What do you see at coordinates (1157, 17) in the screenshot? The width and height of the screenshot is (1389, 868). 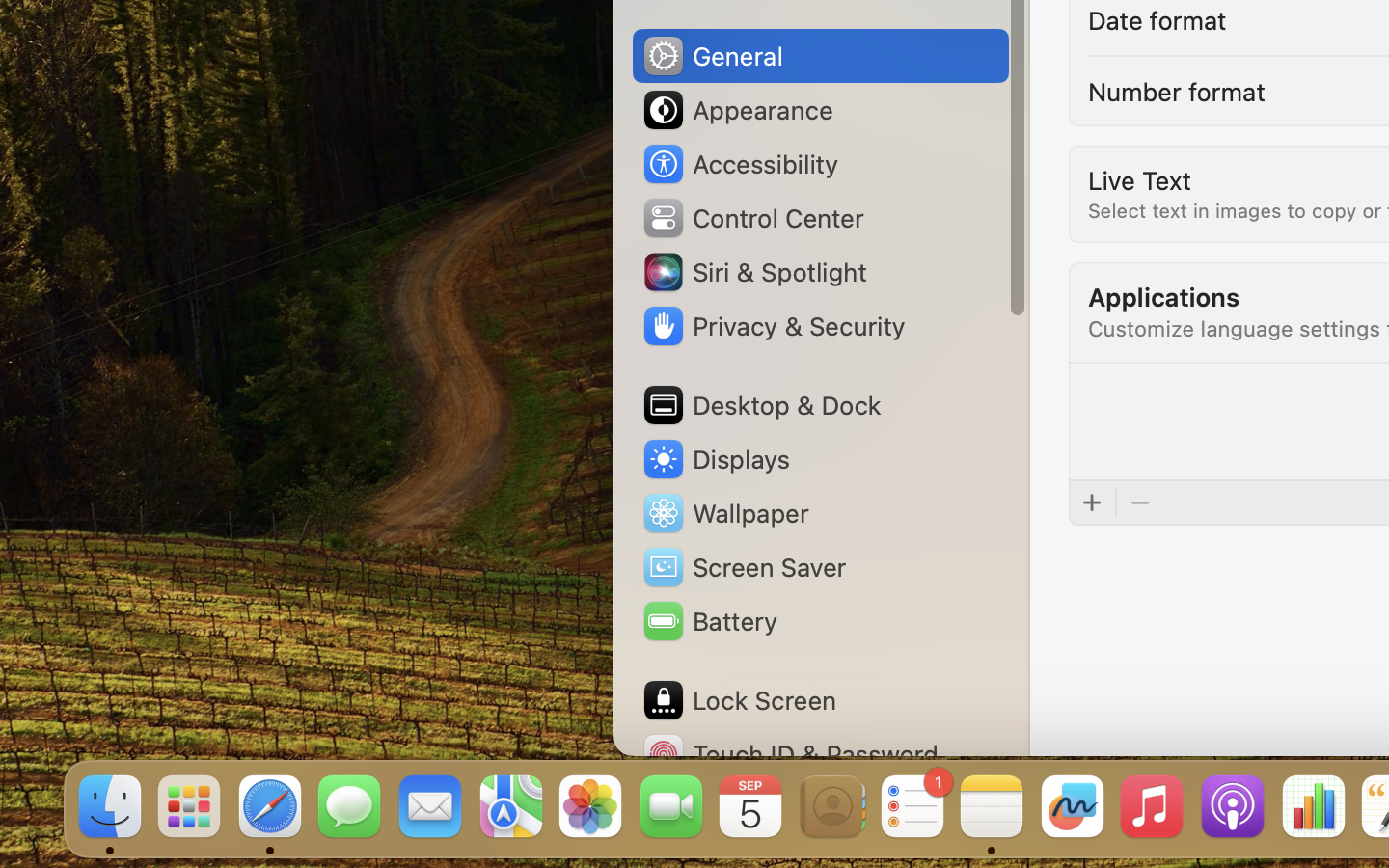 I see `'Date format'` at bounding box center [1157, 17].